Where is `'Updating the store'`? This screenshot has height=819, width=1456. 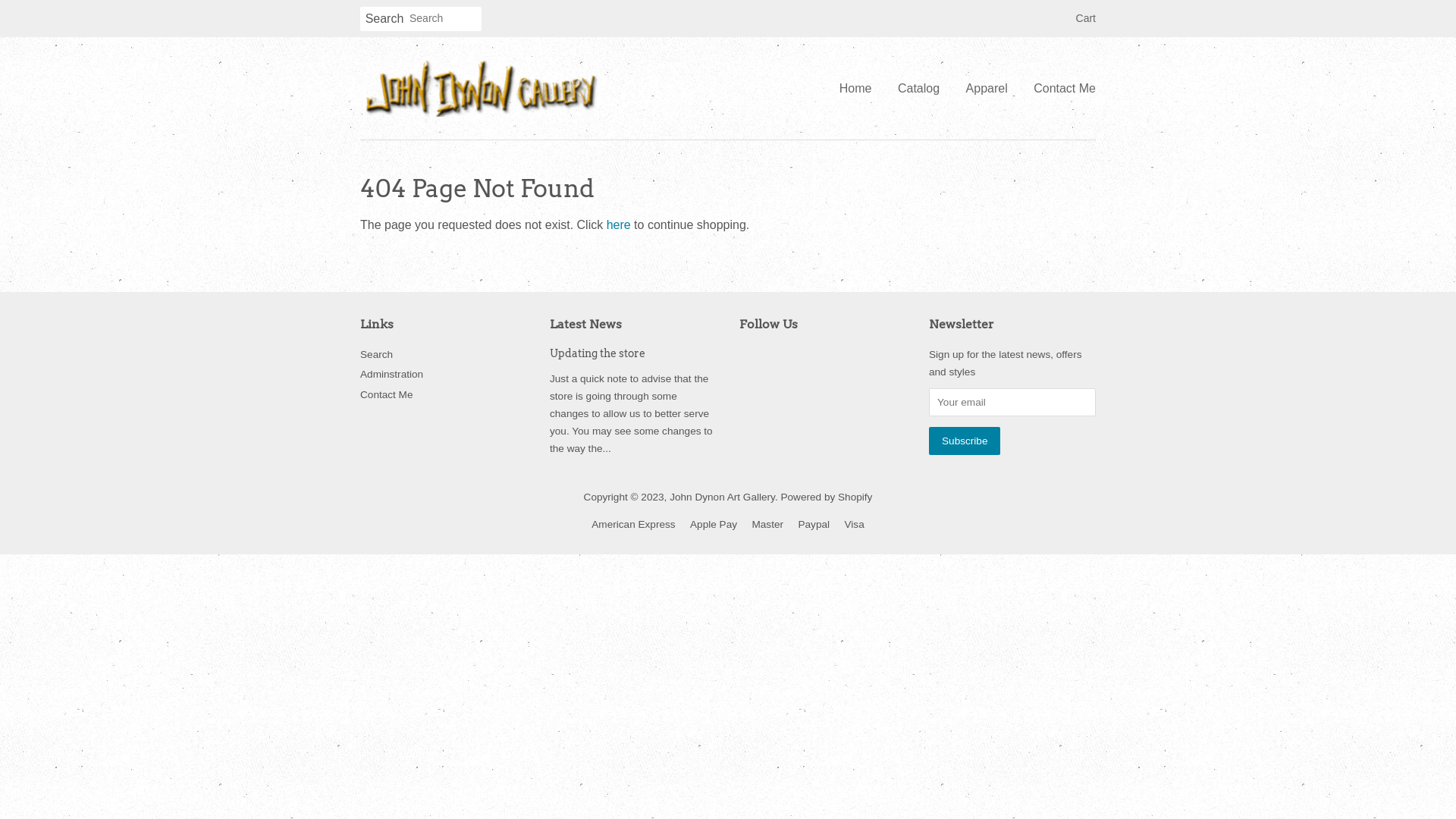
'Updating the store' is located at coordinates (596, 353).